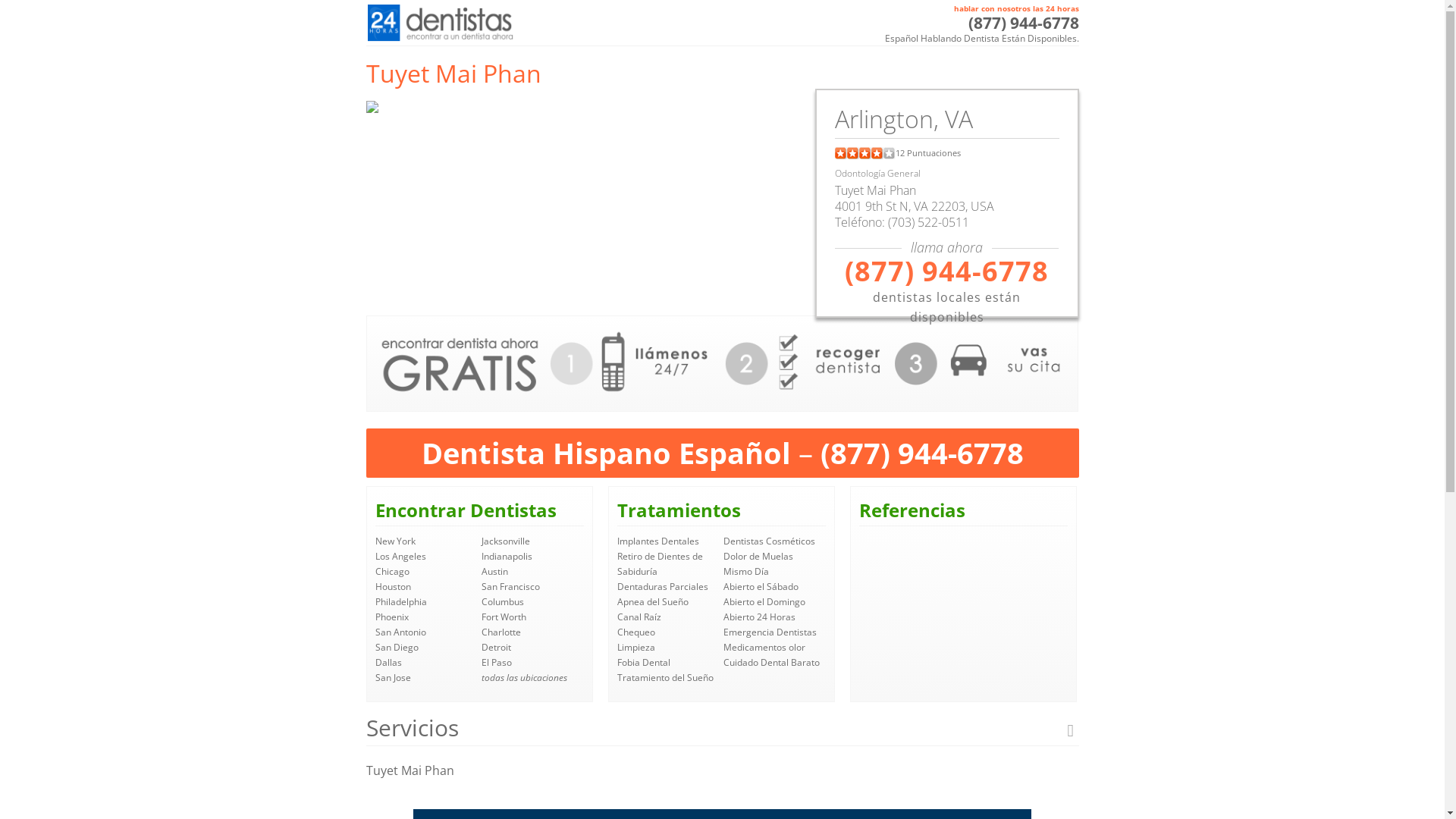 The width and height of the screenshot is (1456, 819). I want to click on 'Limpieza', so click(617, 647).